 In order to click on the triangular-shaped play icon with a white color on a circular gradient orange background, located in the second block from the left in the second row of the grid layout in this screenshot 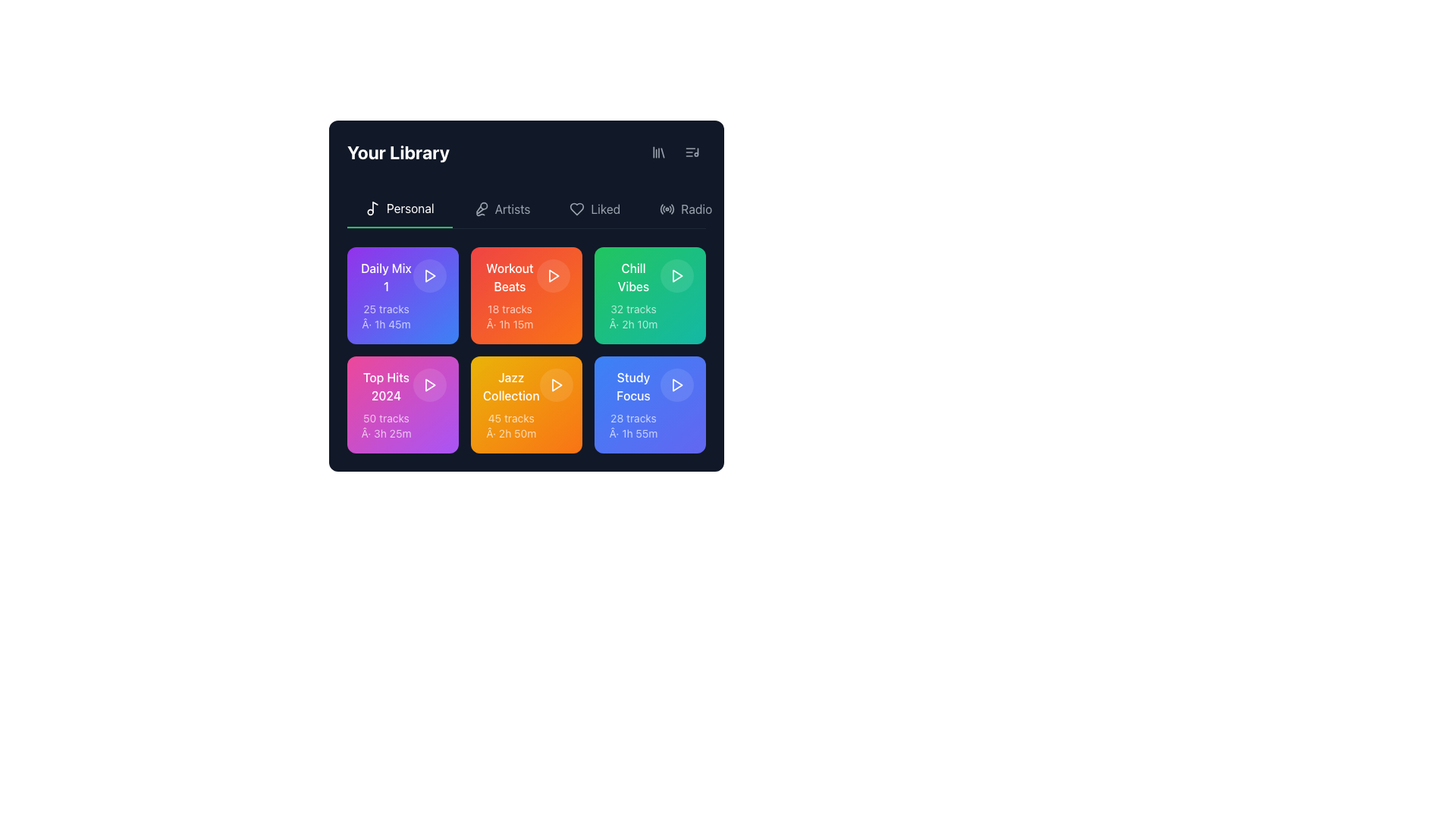, I will do `click(552, 275)`.